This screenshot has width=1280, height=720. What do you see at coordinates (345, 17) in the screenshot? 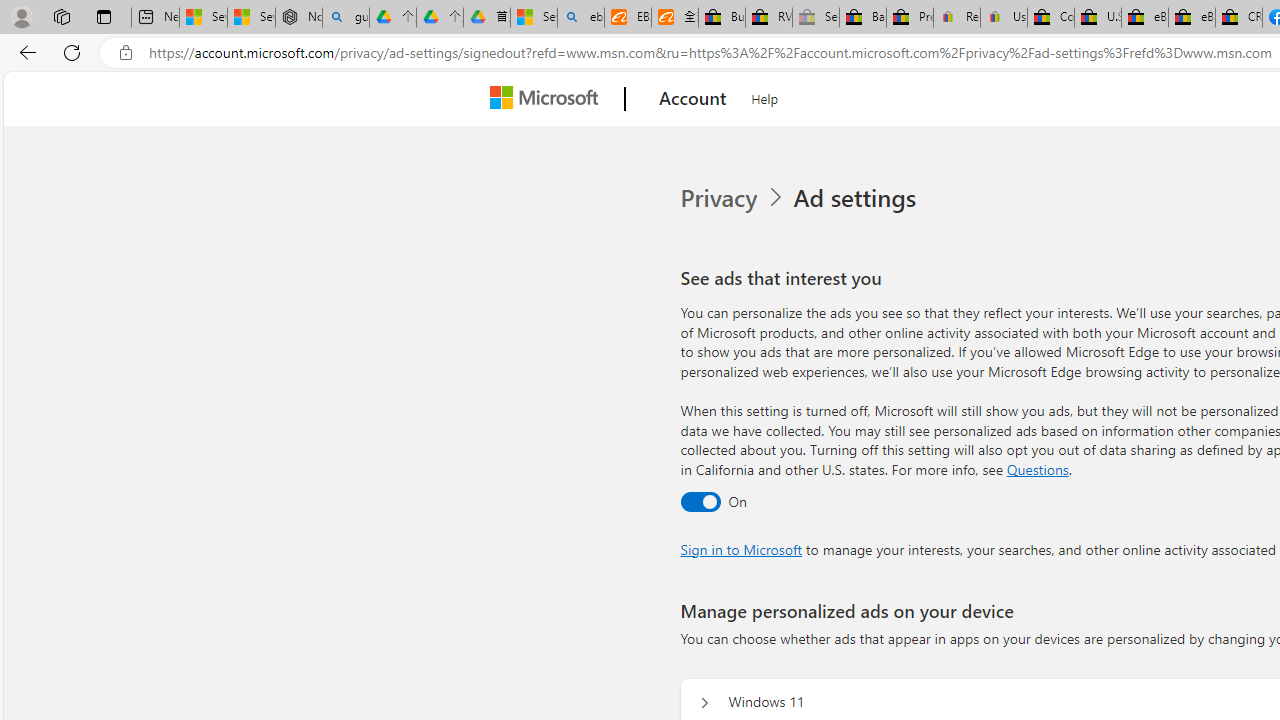
I see `'guge yunpan - Search'` at bounding box center [345, 17].